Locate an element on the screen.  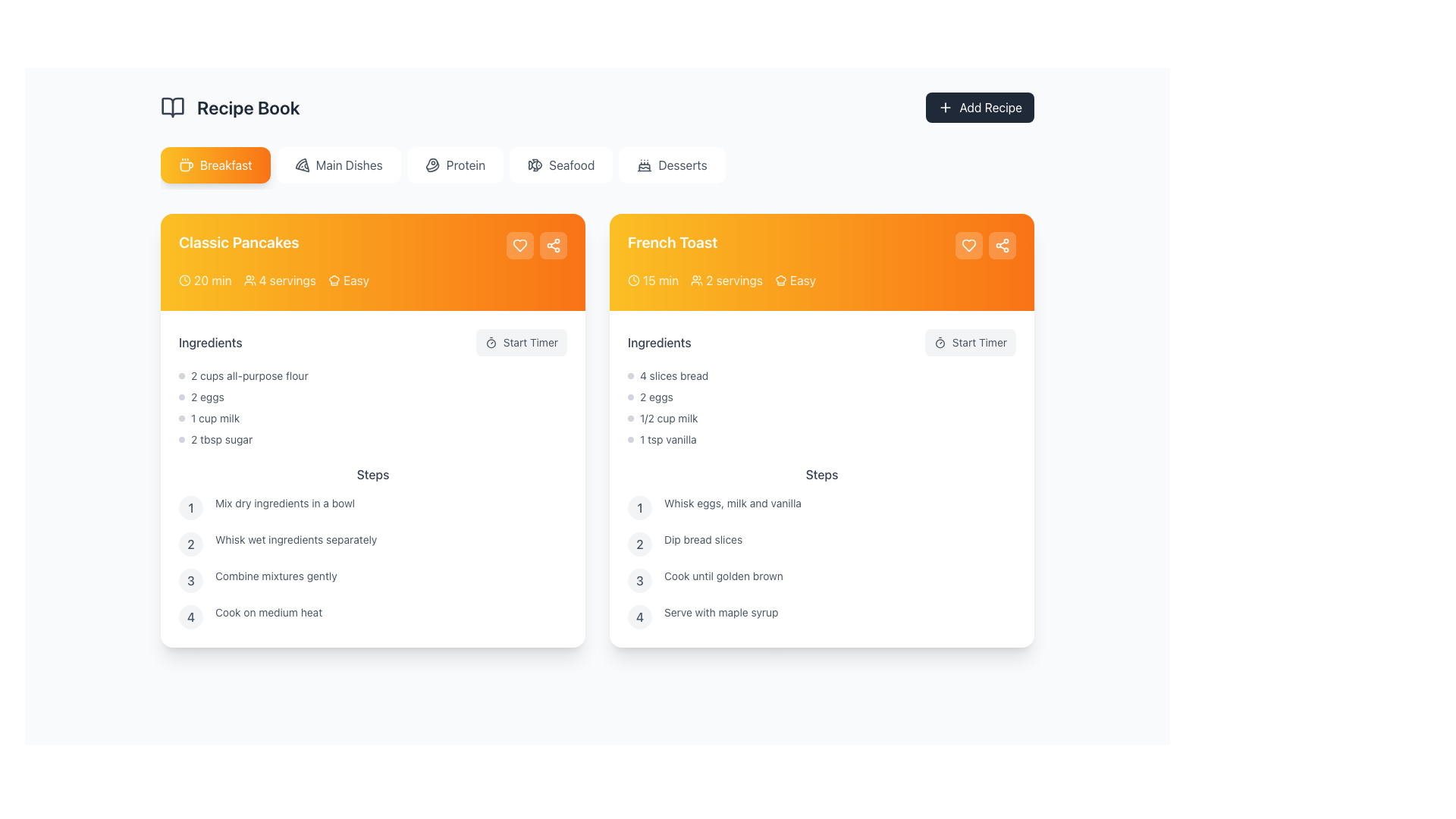
the button in the top-right corner of the 'French Toast' recipe card is located at coordinates (968, 245).